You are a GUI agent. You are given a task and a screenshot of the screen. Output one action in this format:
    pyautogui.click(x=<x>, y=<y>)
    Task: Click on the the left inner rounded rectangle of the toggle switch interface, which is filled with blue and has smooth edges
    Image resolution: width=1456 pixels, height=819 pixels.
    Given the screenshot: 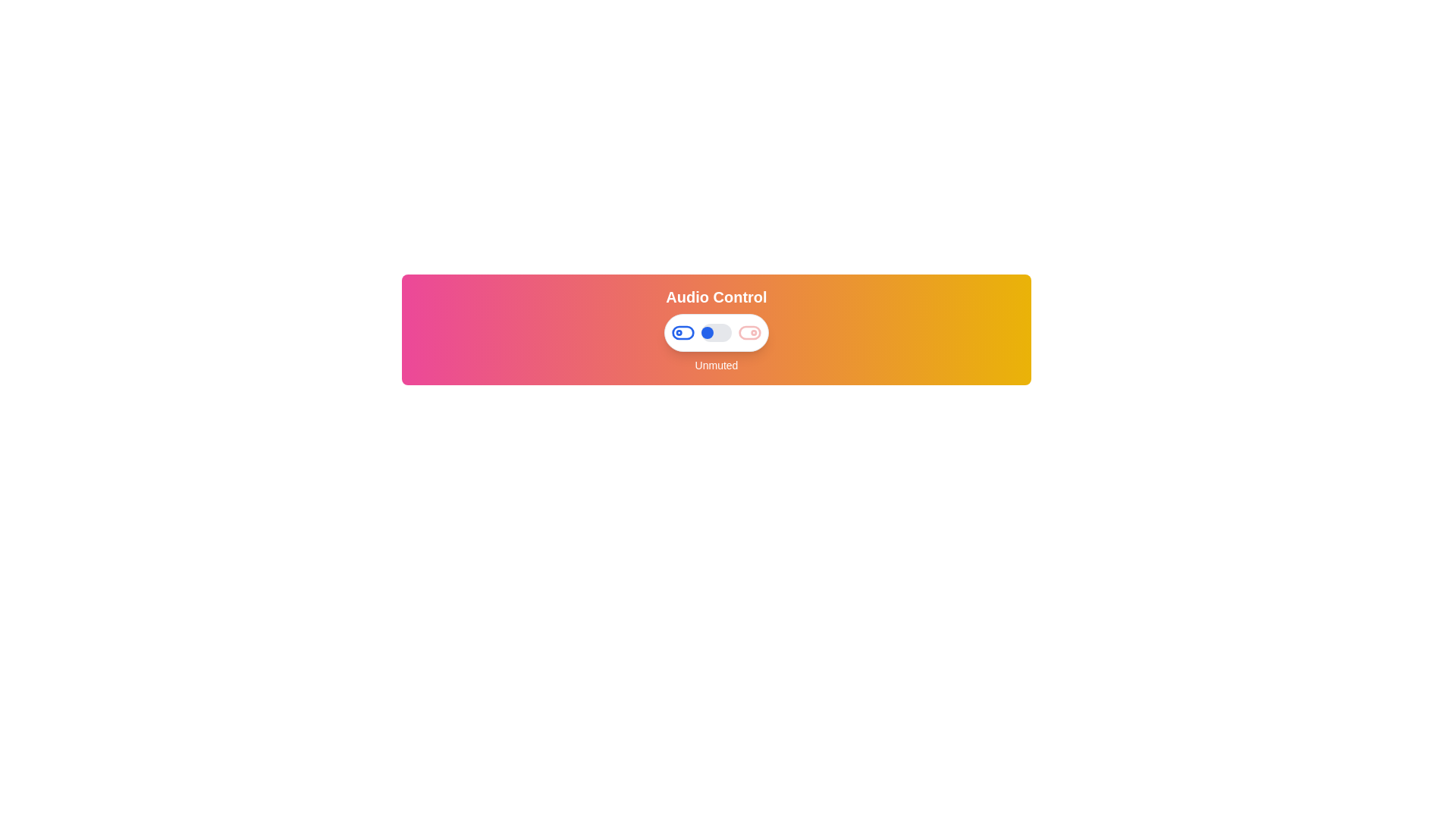 What is the action you would take?
    pyautogui.click(x=682, y=332)
    